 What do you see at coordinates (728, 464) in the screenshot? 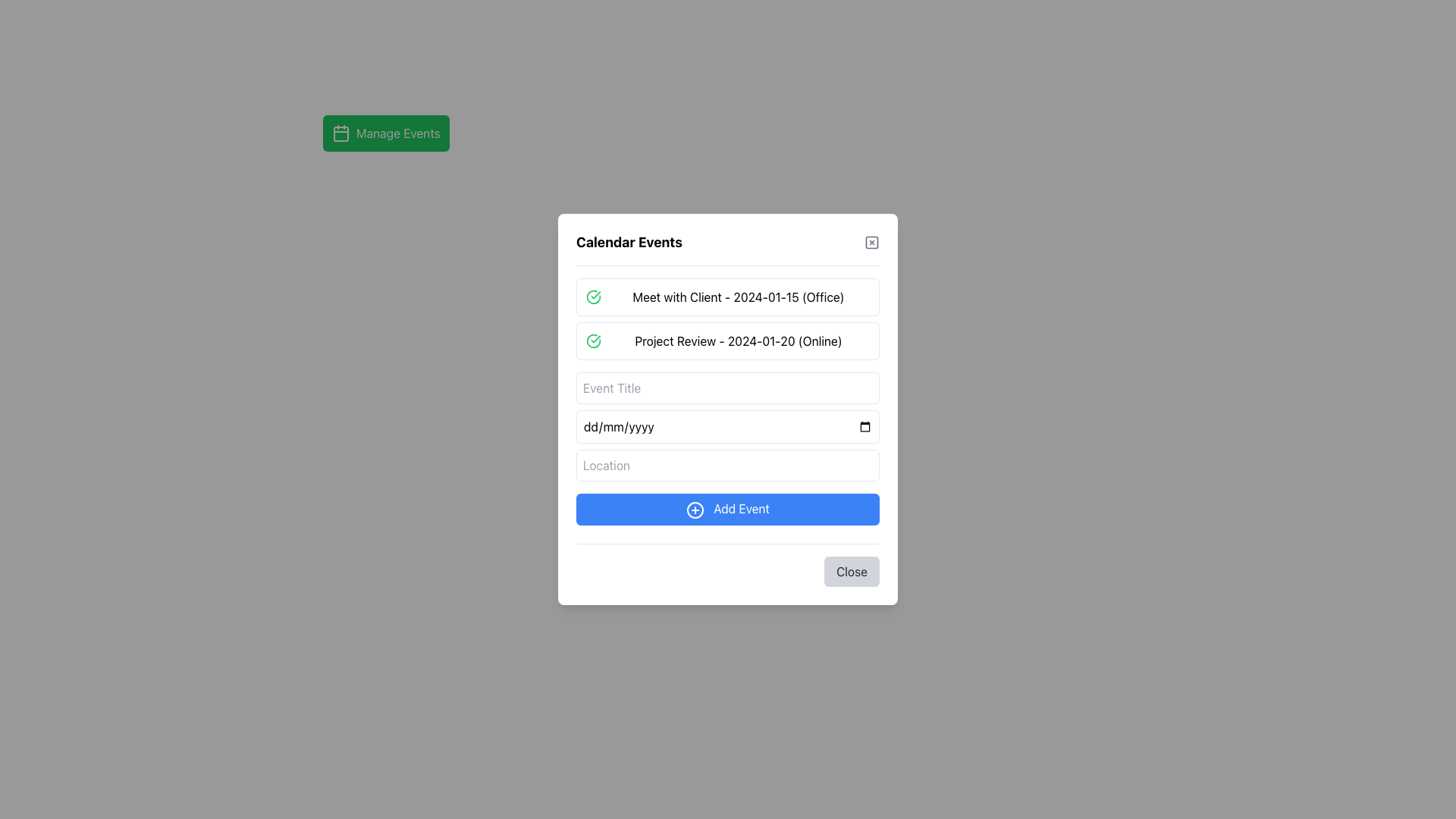
I see `the third input field under the 'Calendar Events' section to focus it for entering a location` at bounding box center [728, 464].